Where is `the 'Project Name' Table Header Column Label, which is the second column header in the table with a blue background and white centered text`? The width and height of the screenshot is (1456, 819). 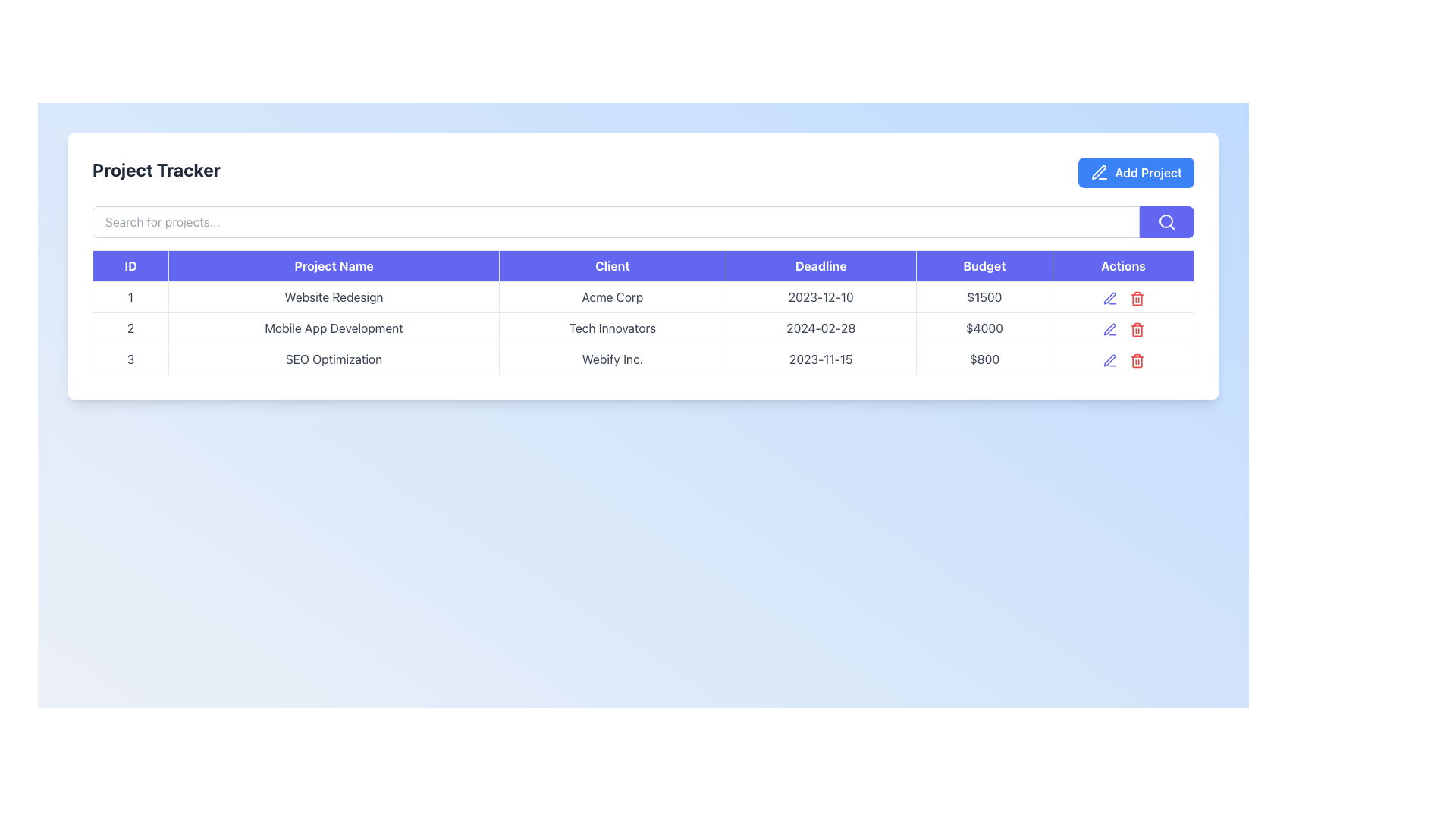 the 'Project Name' Table Header Column Label, which is the second column header in the table with a blue background and white centered text is located at coordinates (333, 265).